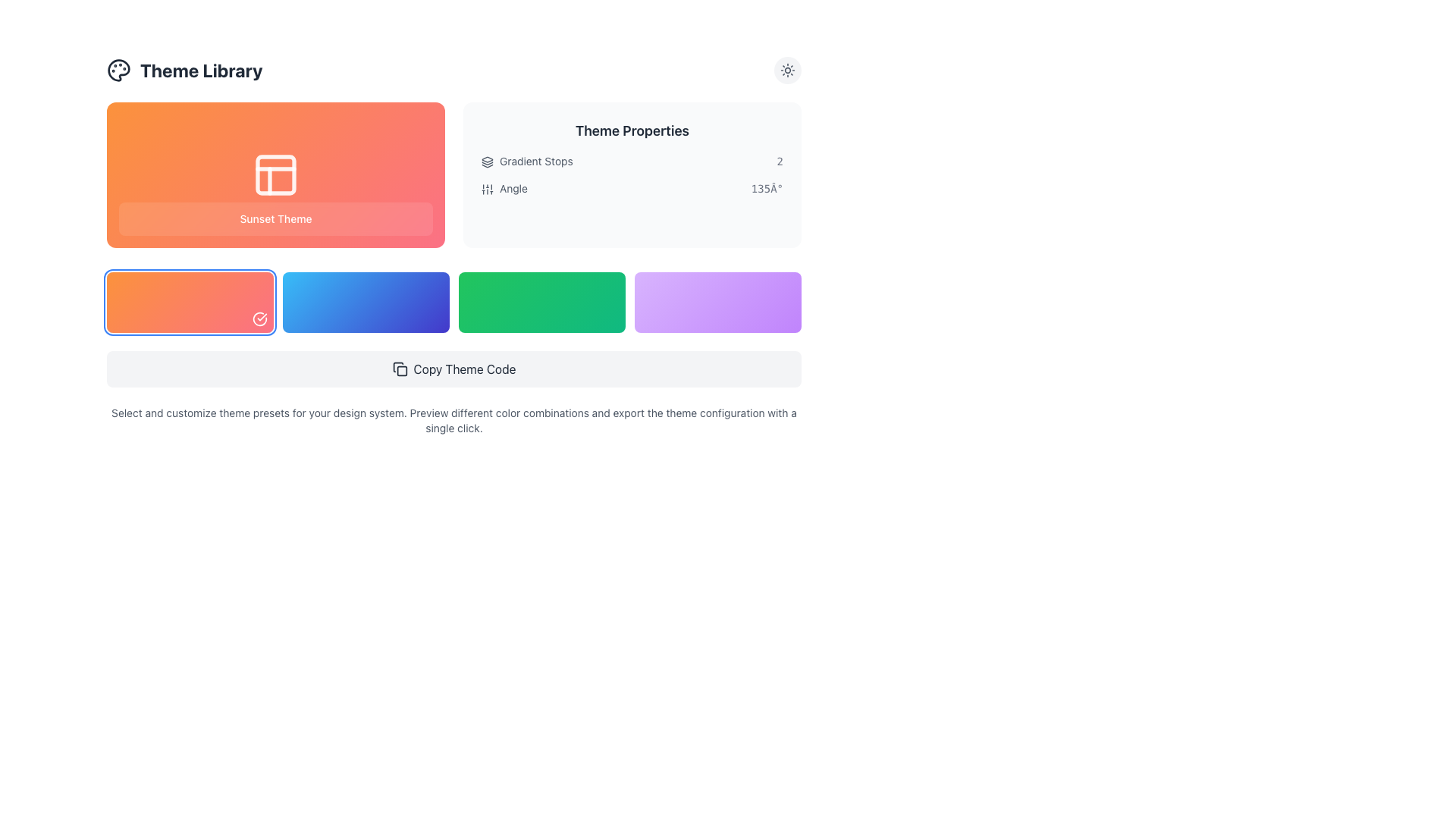 The image size is (1456, 819). Describe the element at coordinates (276, 174) in the screenshot. I see `the 'Sunset Theme' card, which is the top-left card in the Theme Library, characterized by its gradient background from orange to pink and a white layout icon` at that location.